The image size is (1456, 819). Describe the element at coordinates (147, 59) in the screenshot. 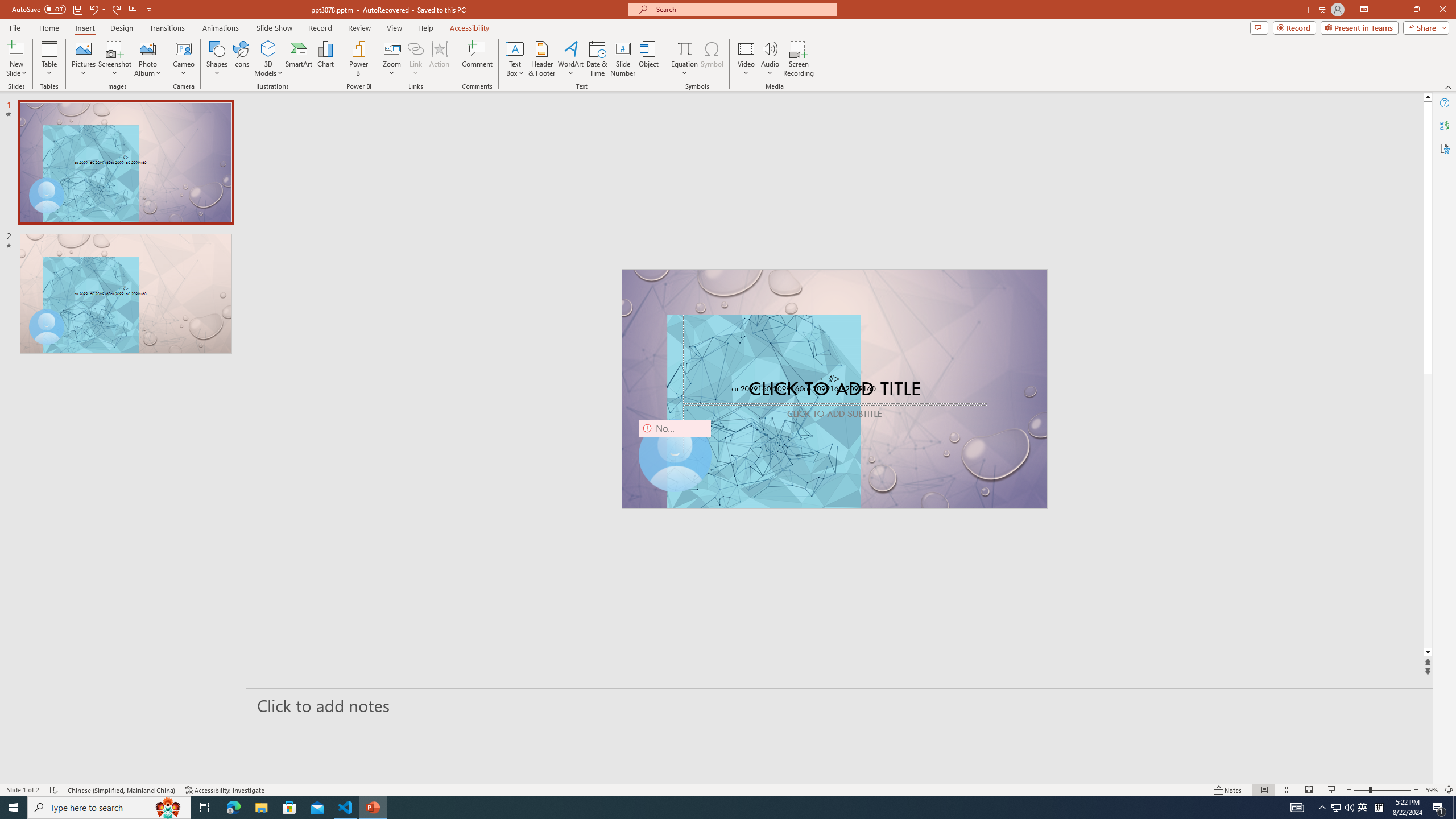

I see `'Photo Album...'` at that location.